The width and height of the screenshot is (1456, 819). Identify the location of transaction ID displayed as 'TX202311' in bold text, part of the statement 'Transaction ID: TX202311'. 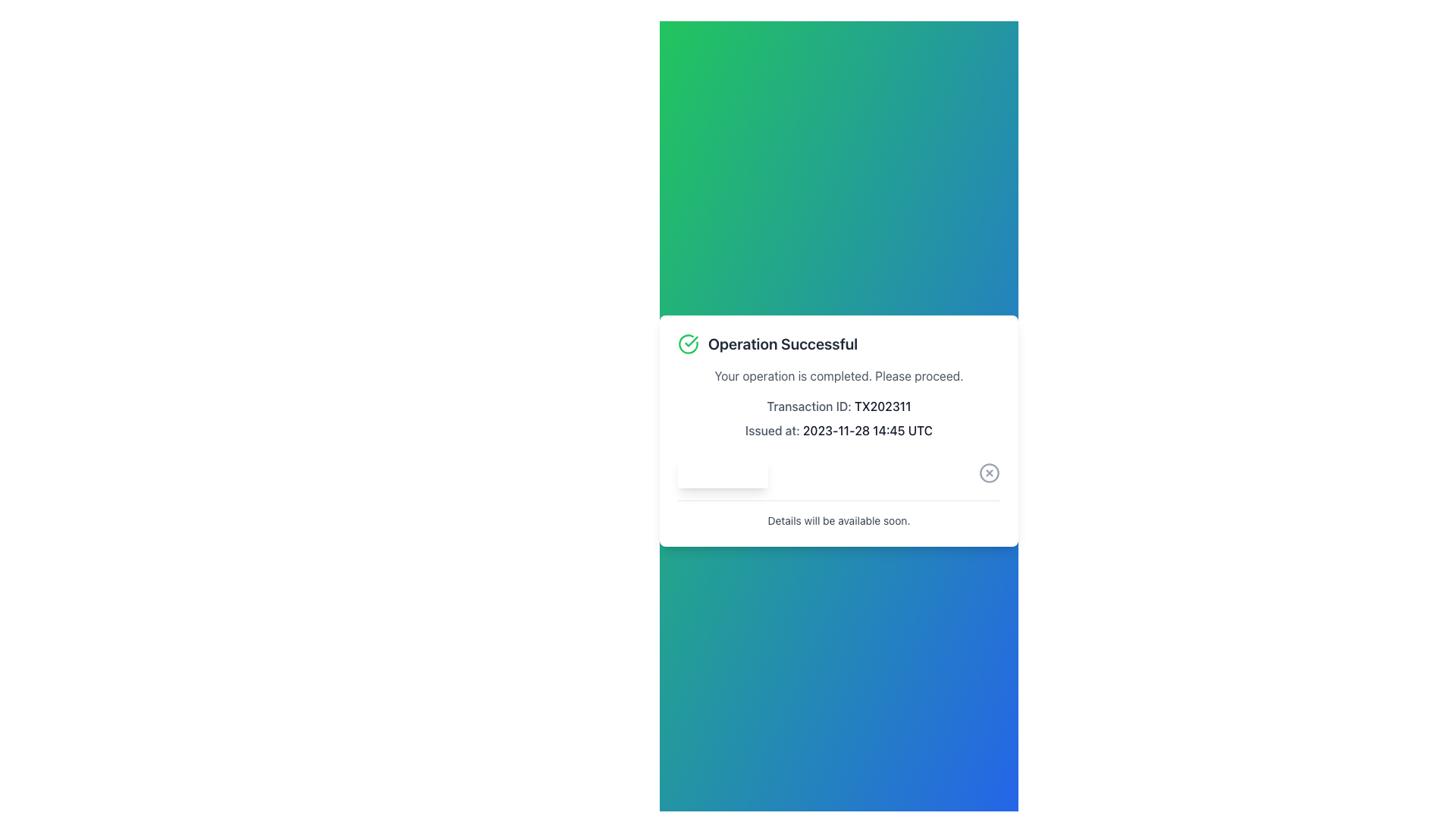
(883, 405).